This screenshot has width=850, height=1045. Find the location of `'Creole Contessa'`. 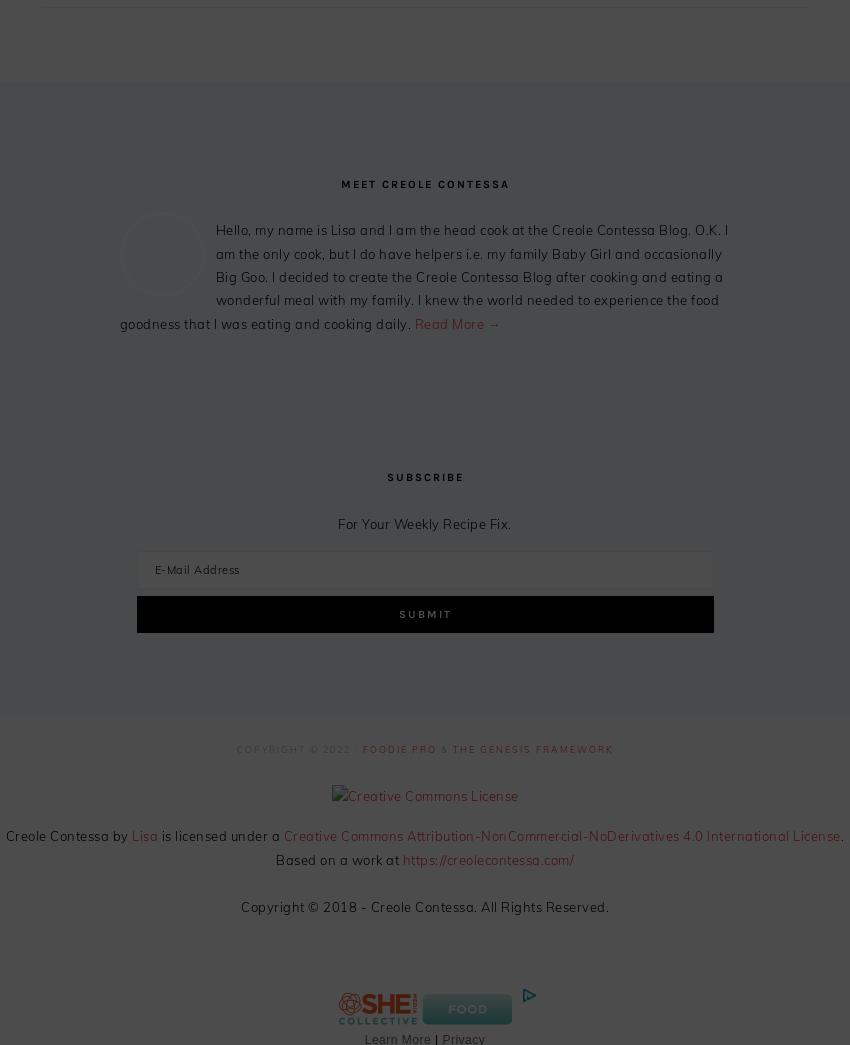

'Creole Contessa' is located at coordinates (57, 835).